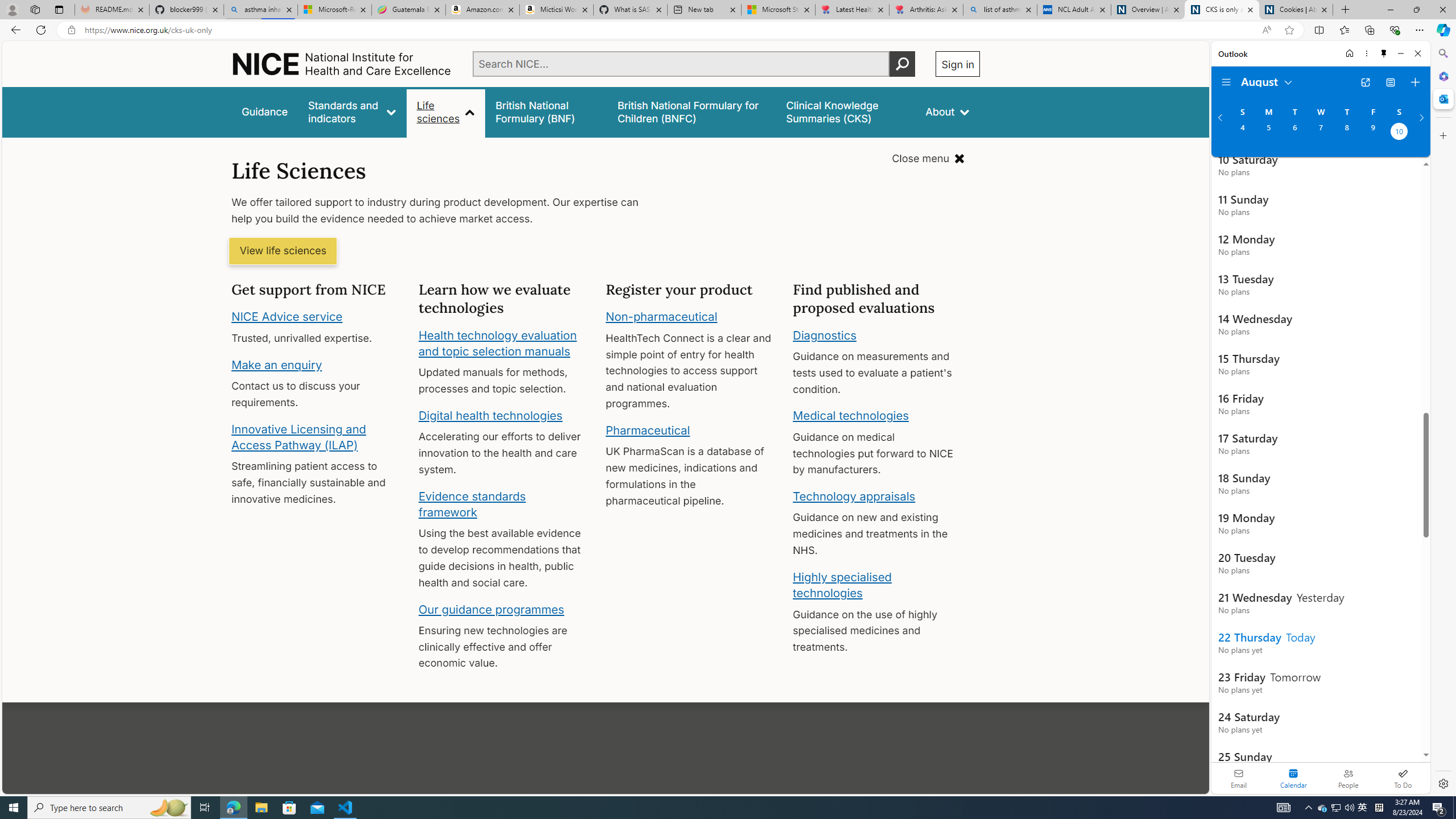 The height and width of the screenshot is (819, 1456). I want to click on 'Perform search', so click(902, 63).